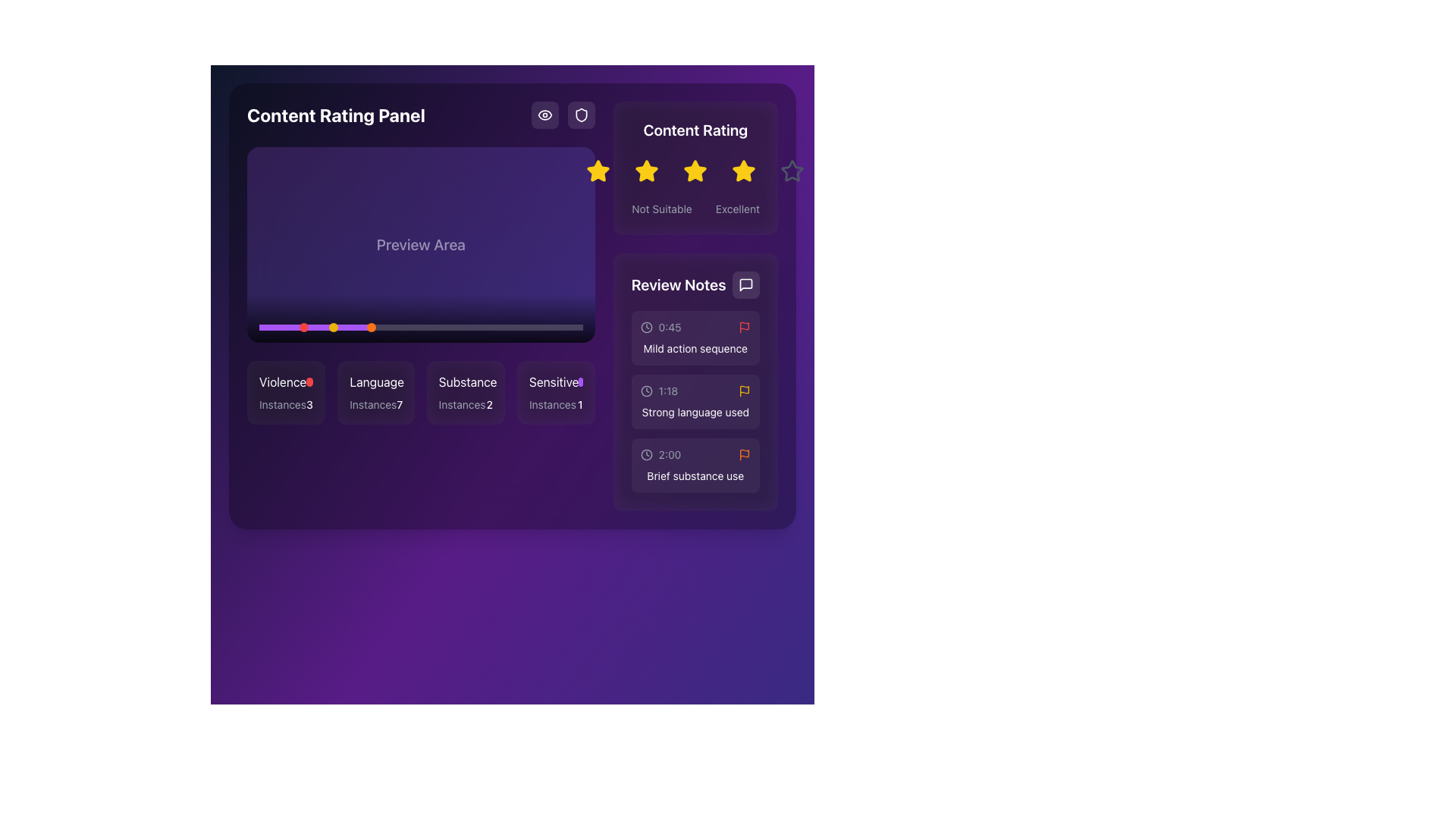 The image size is (1456, 819). I want to click on the leftmost segment of the progress bar, which is a purple horizontal bar representing progress, so click(315, 327).